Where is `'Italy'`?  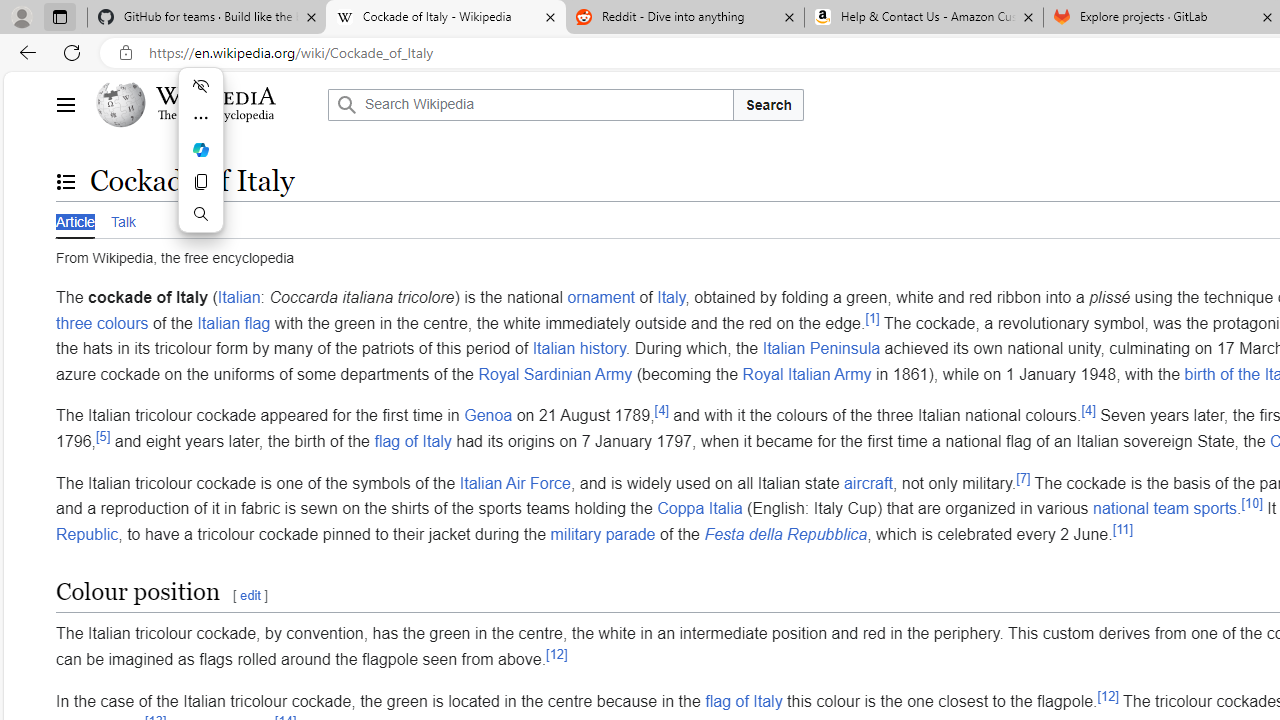
'Italy' is located at coordinates (671, 297).